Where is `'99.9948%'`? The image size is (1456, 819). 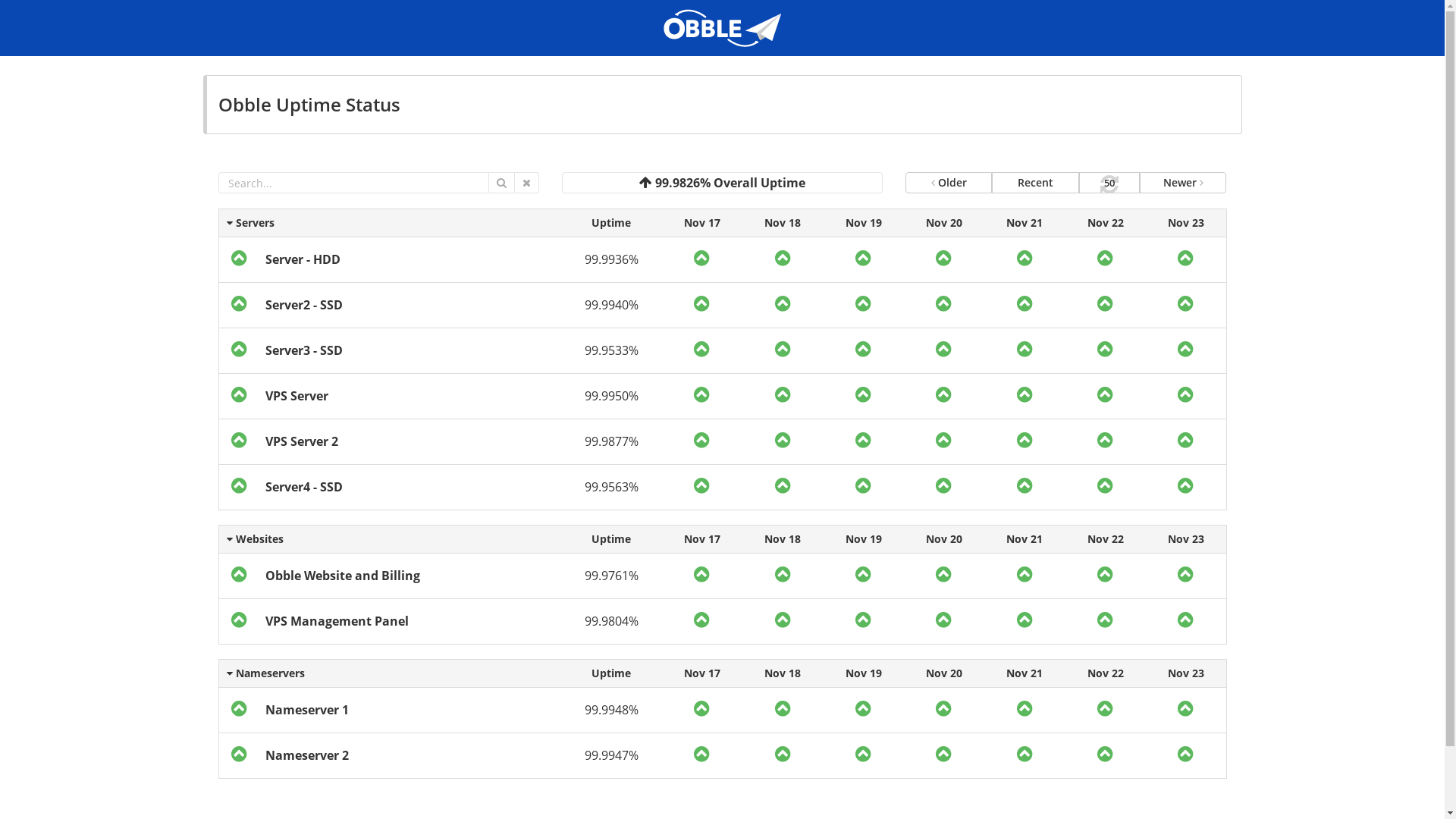
'99.9948%' is located at coordinates (611, 710).